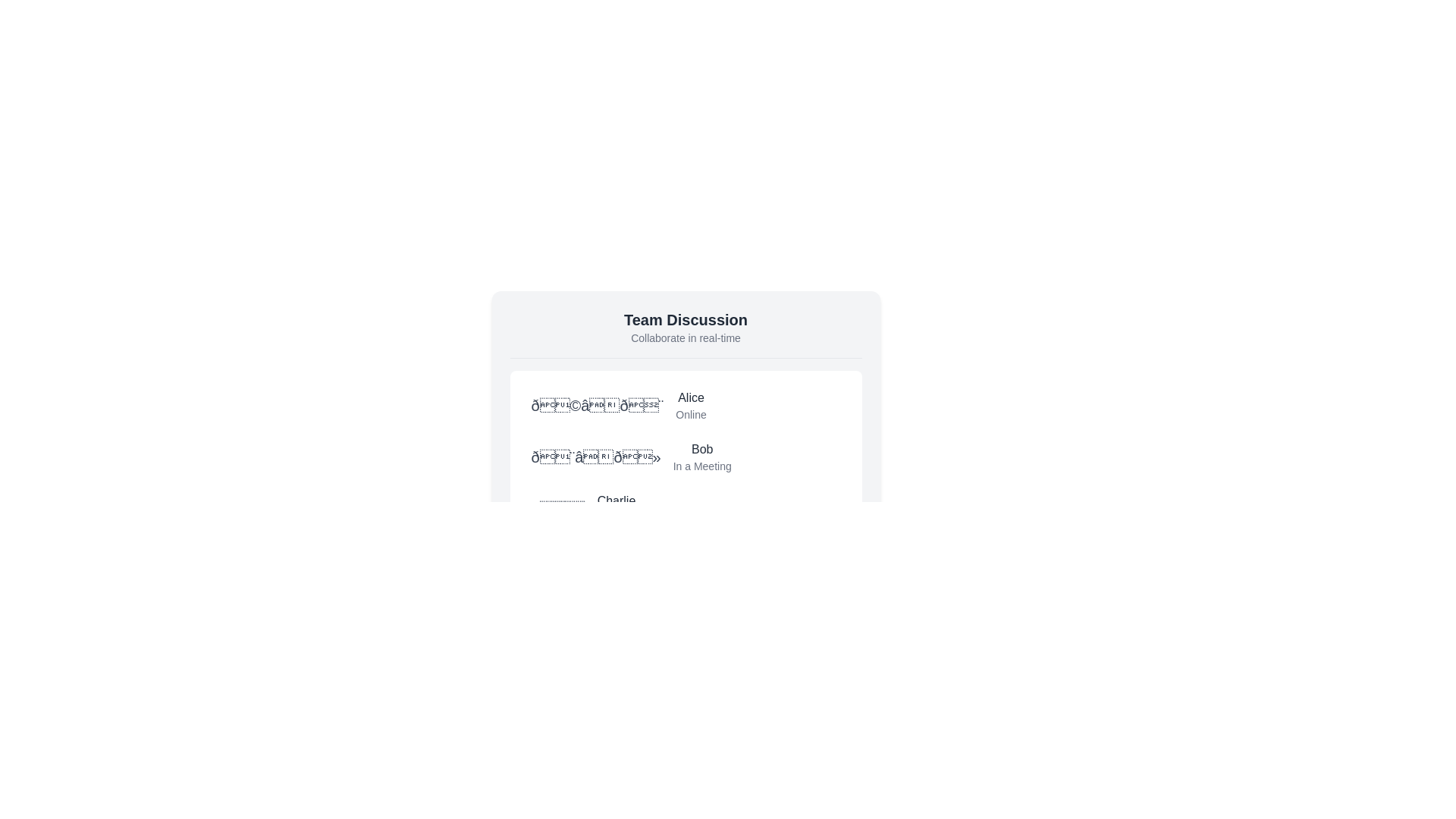  I want to click on the envelope icon styled in gray, located in the leftmost region of the layout, which includes the header text 'Charlie' and status text 'Away', so click(557, 509).